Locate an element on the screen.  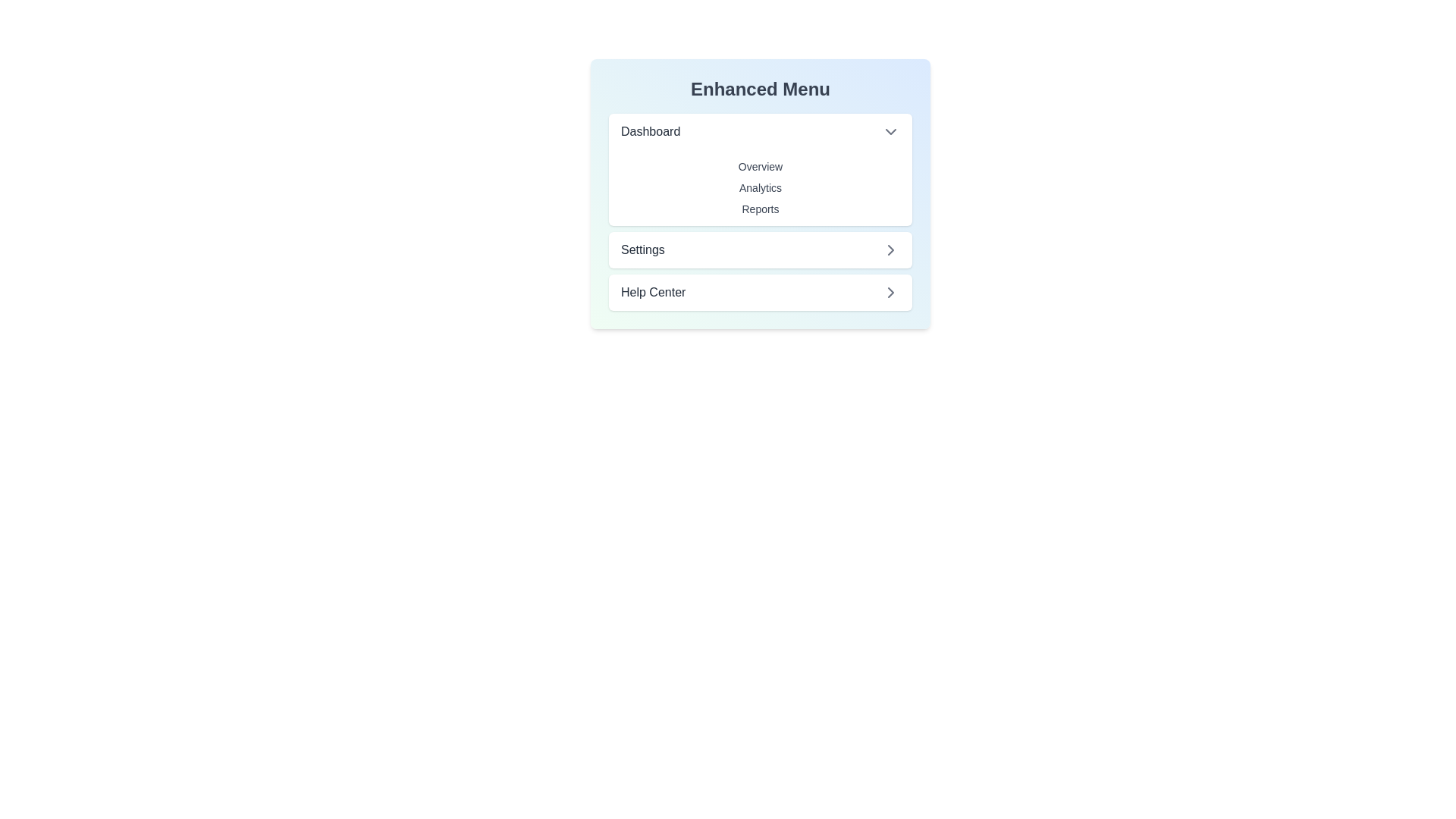
text label indicating the 'Settings' option in the menu, which is located in the second list item of the menu panel, beneath the 'Dashboard' section and above the 'Help Center' section is located at coordinates (642, 249).